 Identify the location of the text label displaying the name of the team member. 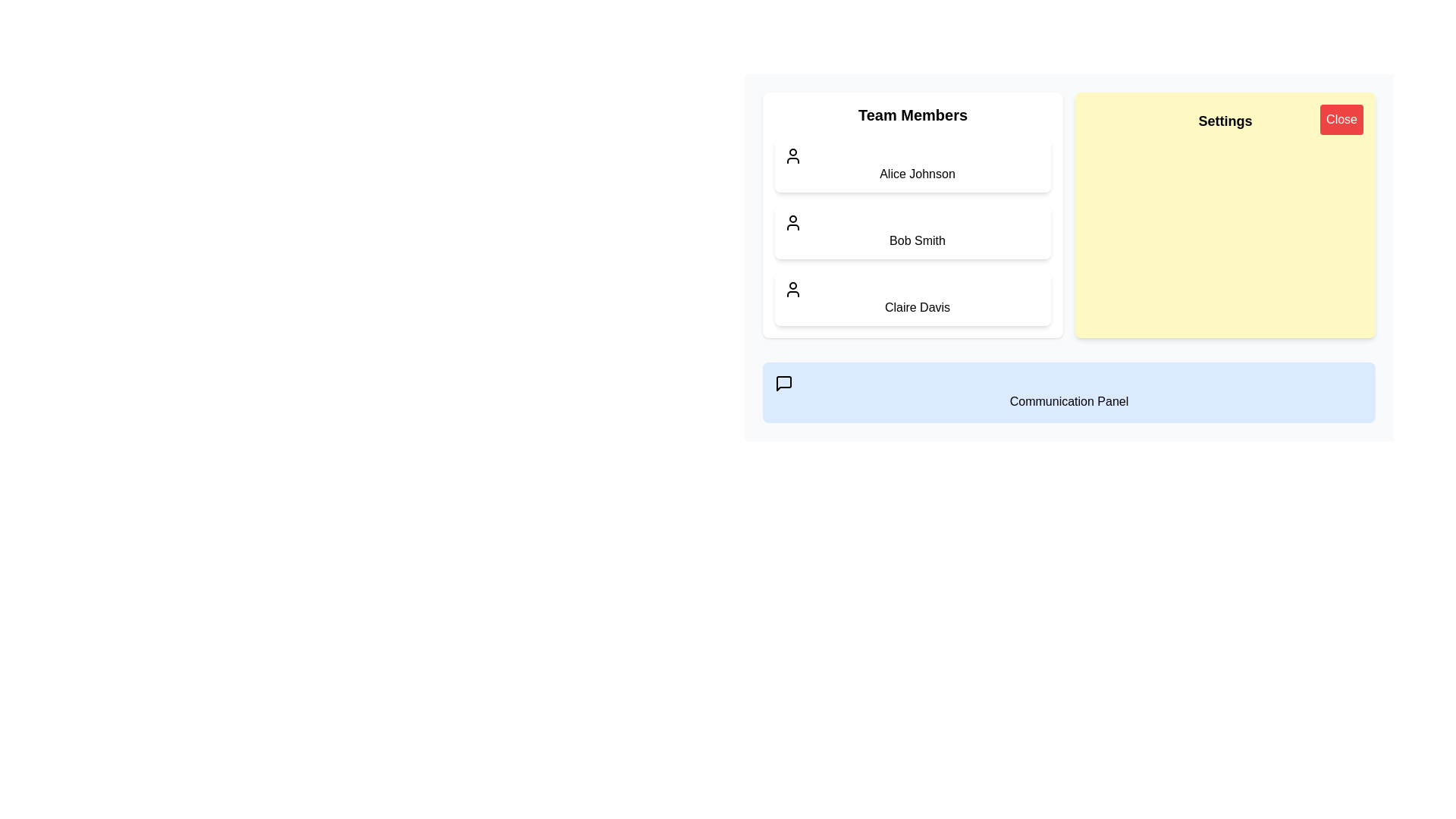
(916, 240).